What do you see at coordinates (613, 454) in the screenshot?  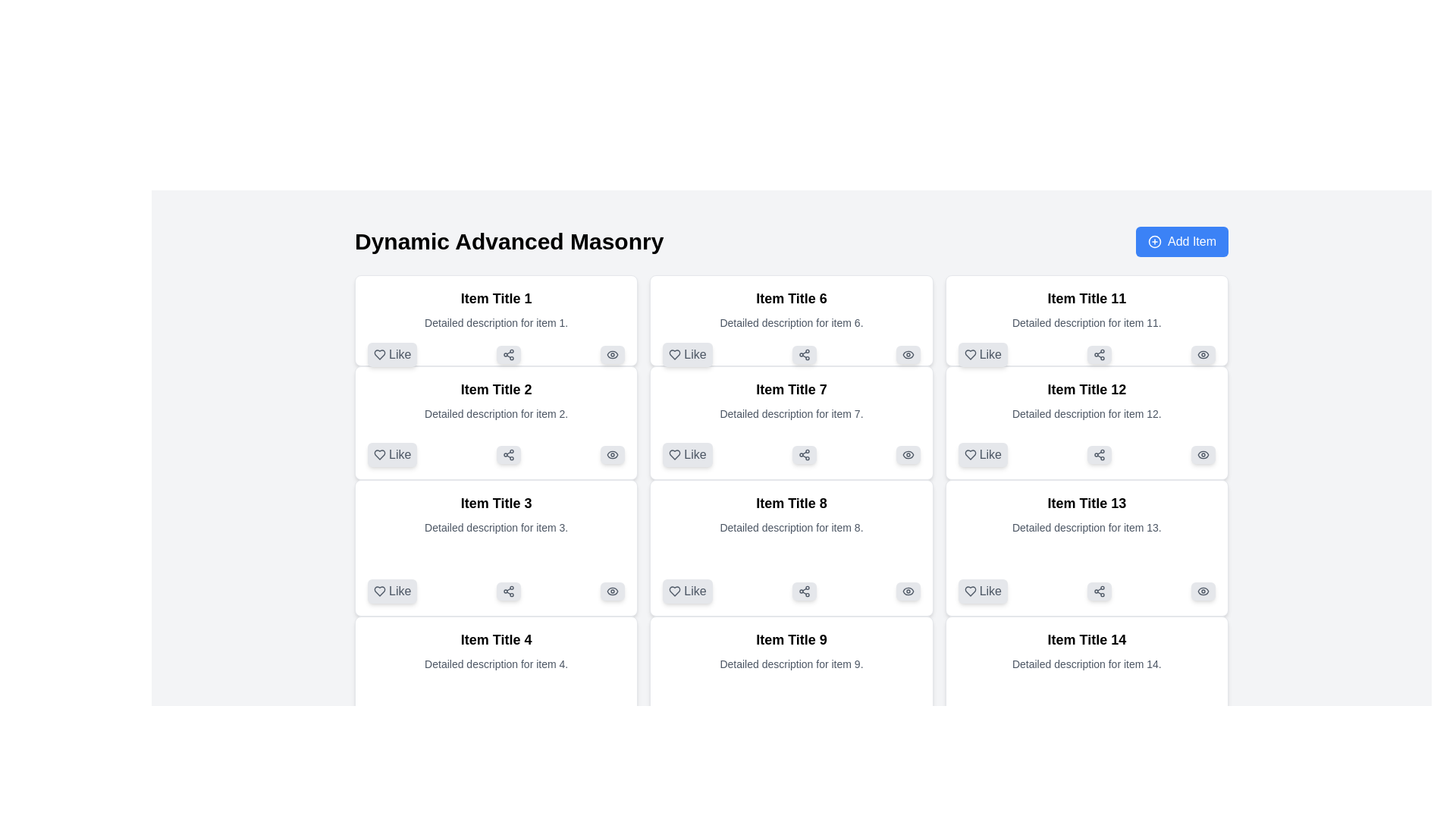 I see `the SVG graphic icon representing the visibility toggle located at the bottom-right corner of the card labeled 'Item Title 2' in the second column of the interface grid` at bounding box center [613, 454].